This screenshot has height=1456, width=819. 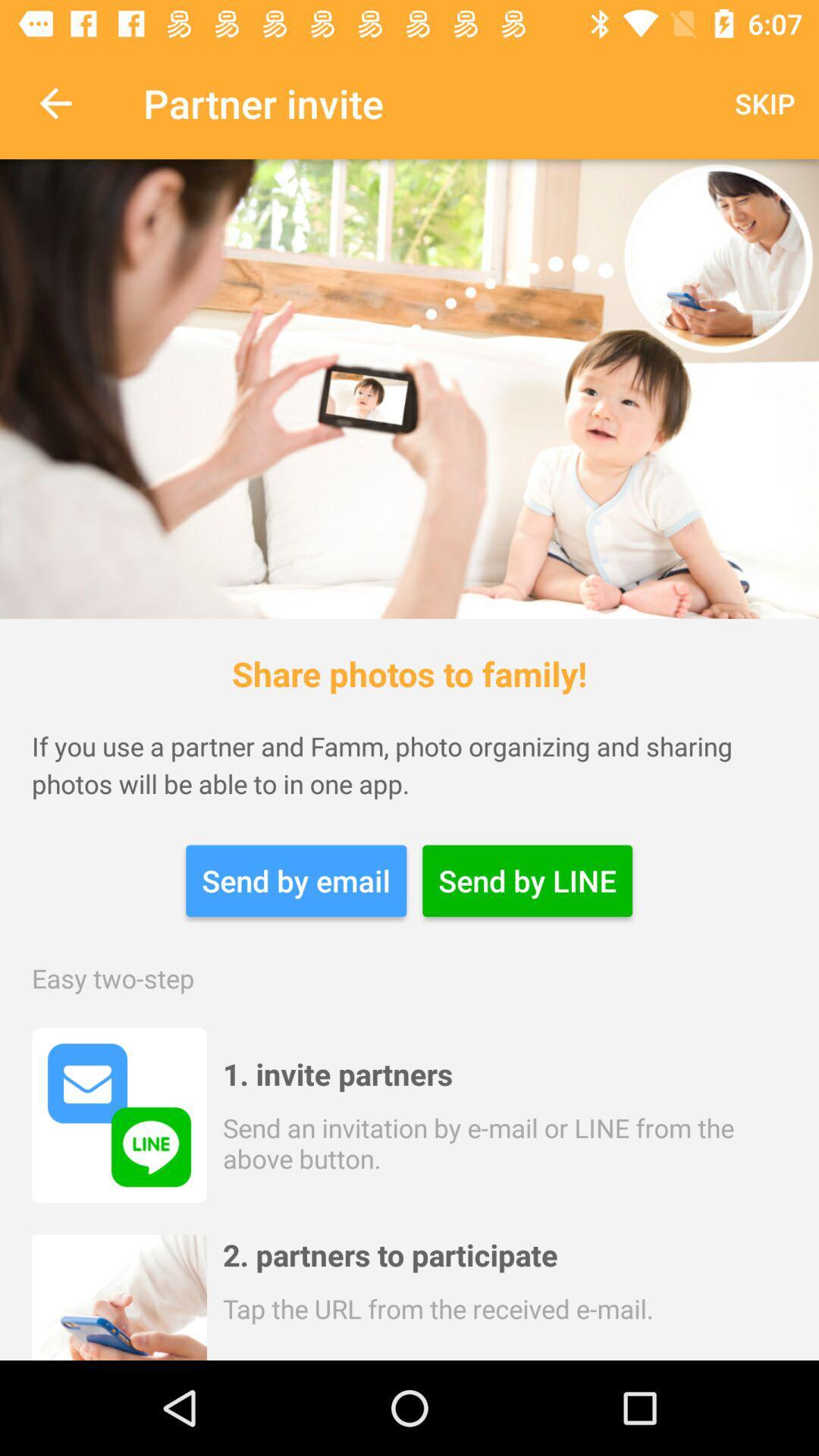 I want to click on the icon to the left of the partner invite item, so click(x=55, y=102).